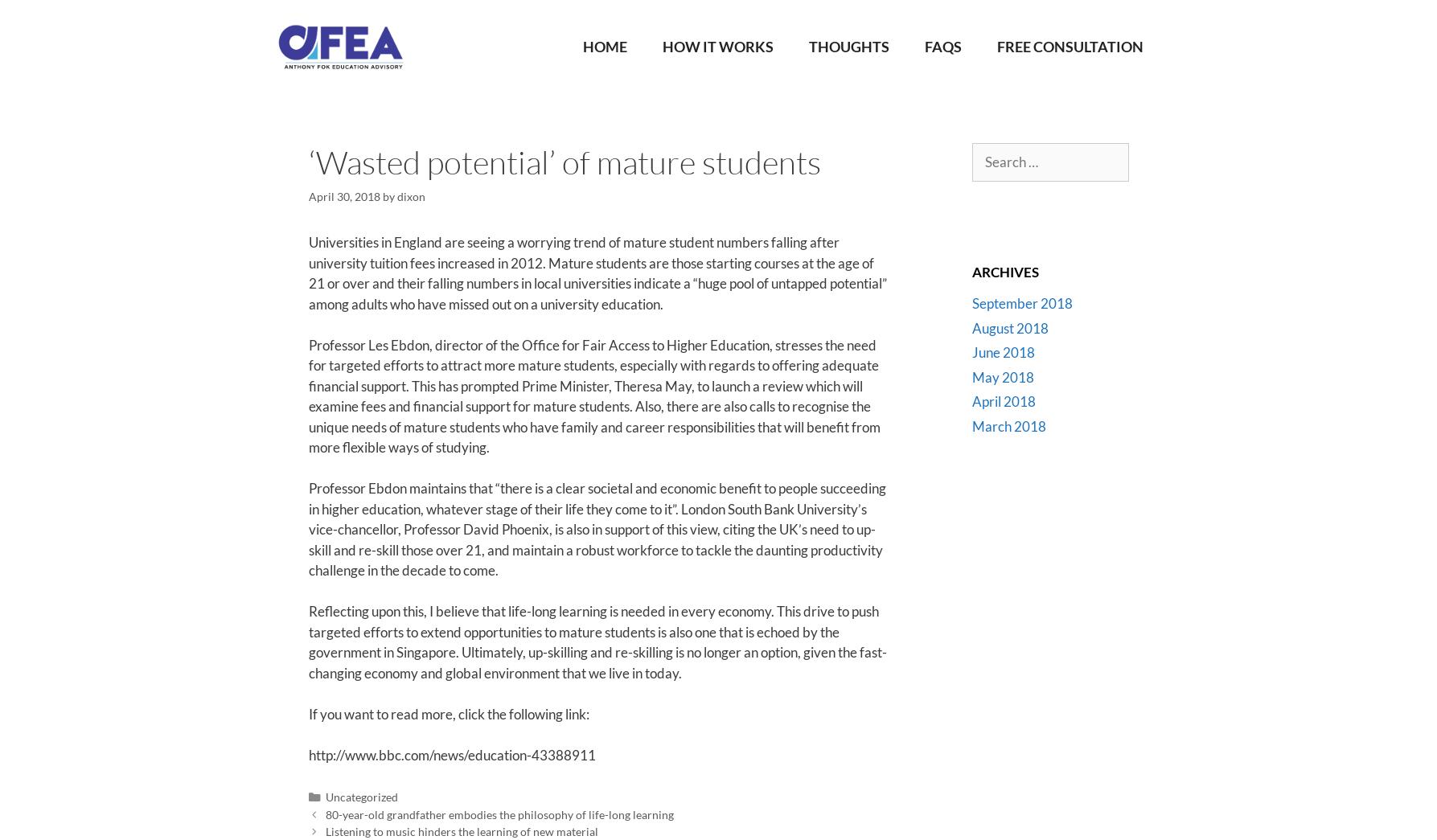 This screenshot has width=1437, height=840. Describe the element at coordinates (307, 713) in the screenshot. I see `'If you want to read more, click the following link:'` at that location.